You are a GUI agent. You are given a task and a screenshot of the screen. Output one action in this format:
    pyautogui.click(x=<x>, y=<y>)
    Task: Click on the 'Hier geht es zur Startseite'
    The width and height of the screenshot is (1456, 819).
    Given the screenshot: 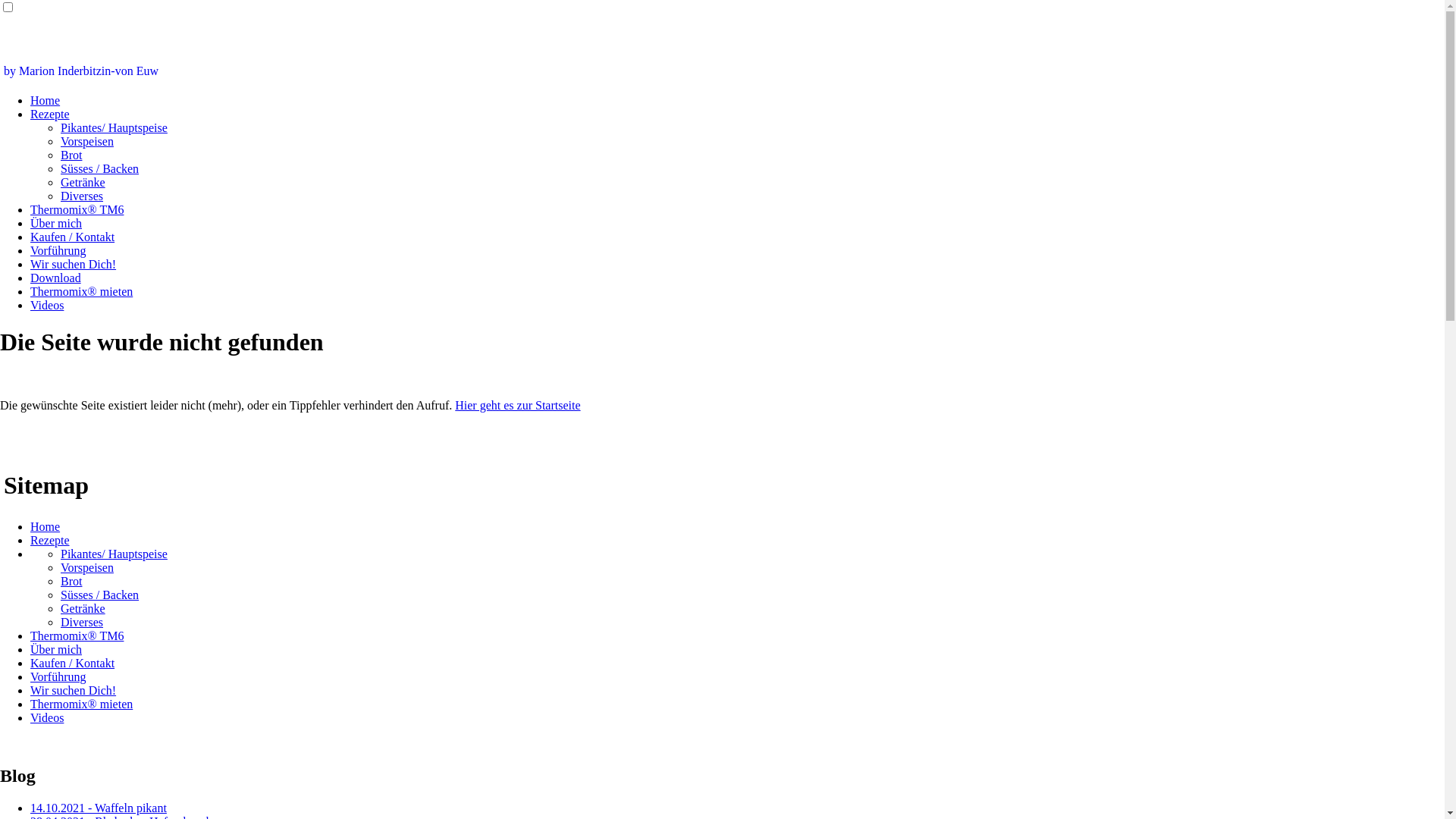 What is the action you would take?
    pyautogui.click(x=517, y=404)
    